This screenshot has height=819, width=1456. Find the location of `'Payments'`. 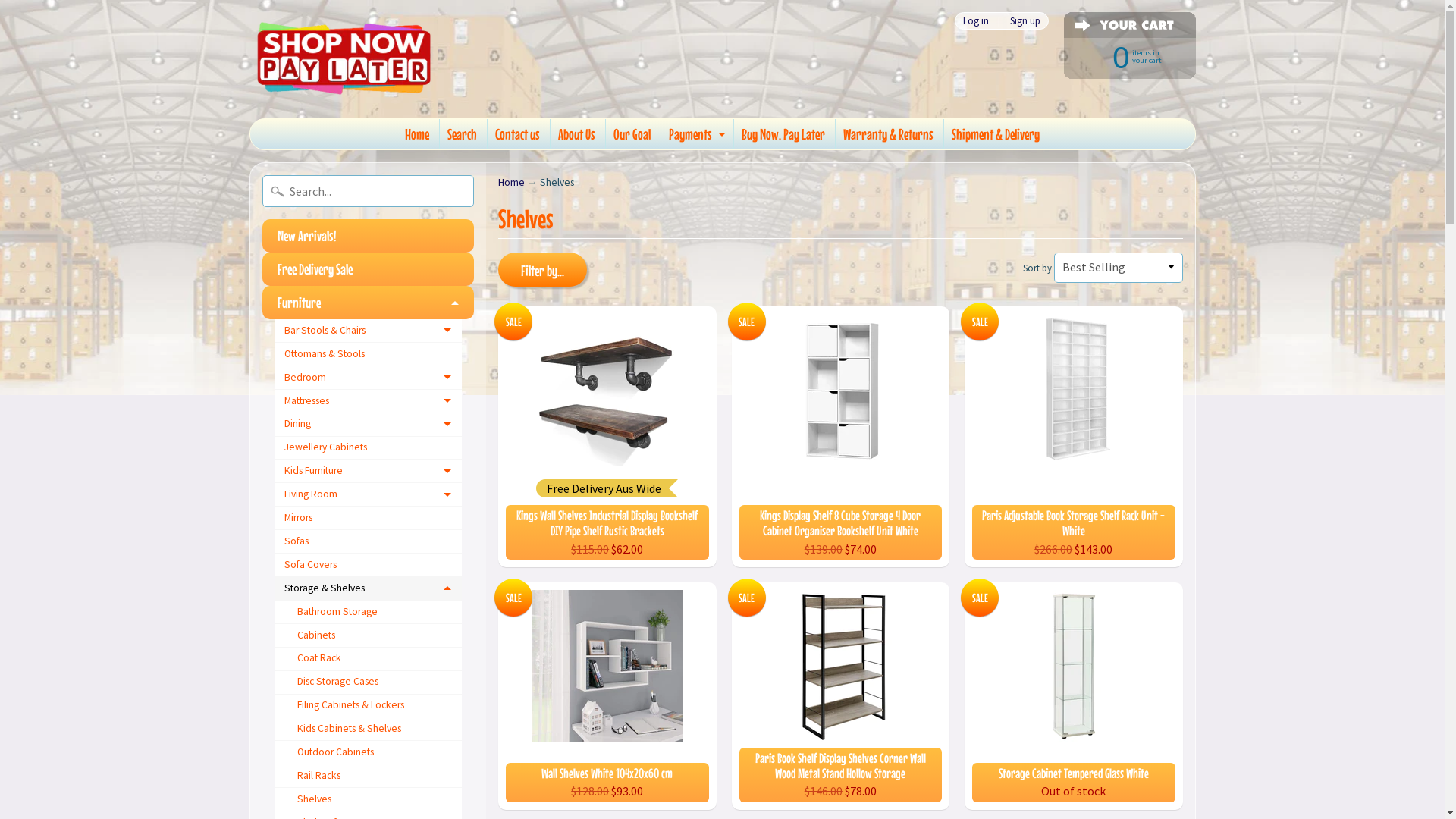

'Payments' is located at coordinates (695, 133).